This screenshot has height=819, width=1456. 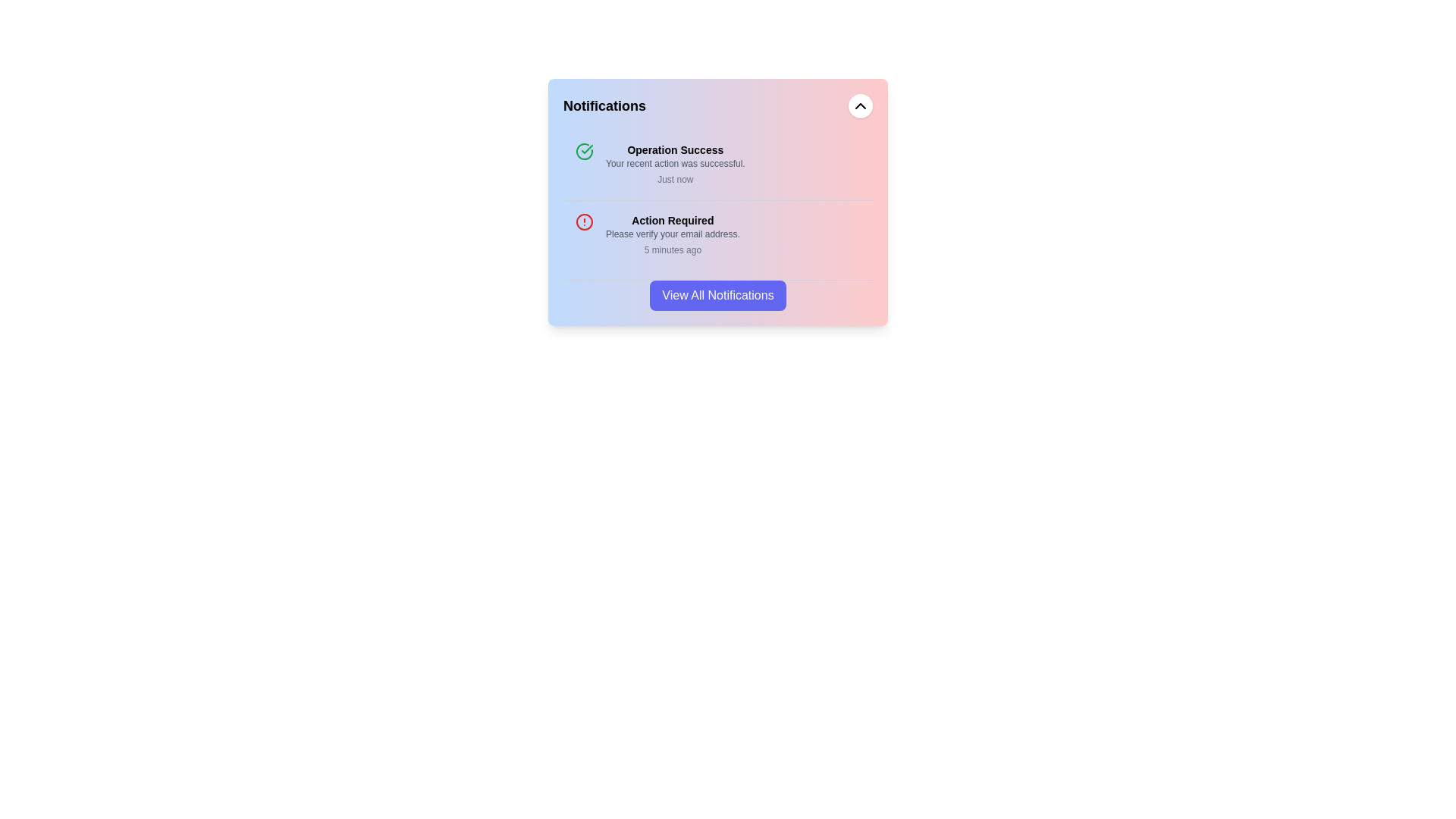 What do you see at coordinates (672, 236) in the screenshot?
I see `the title or the description of the notification entry that alerts users about an action item requiring attention, positioned below 'Operation Success' and aligned with a red circular icon` at bounding box center [672, 236].